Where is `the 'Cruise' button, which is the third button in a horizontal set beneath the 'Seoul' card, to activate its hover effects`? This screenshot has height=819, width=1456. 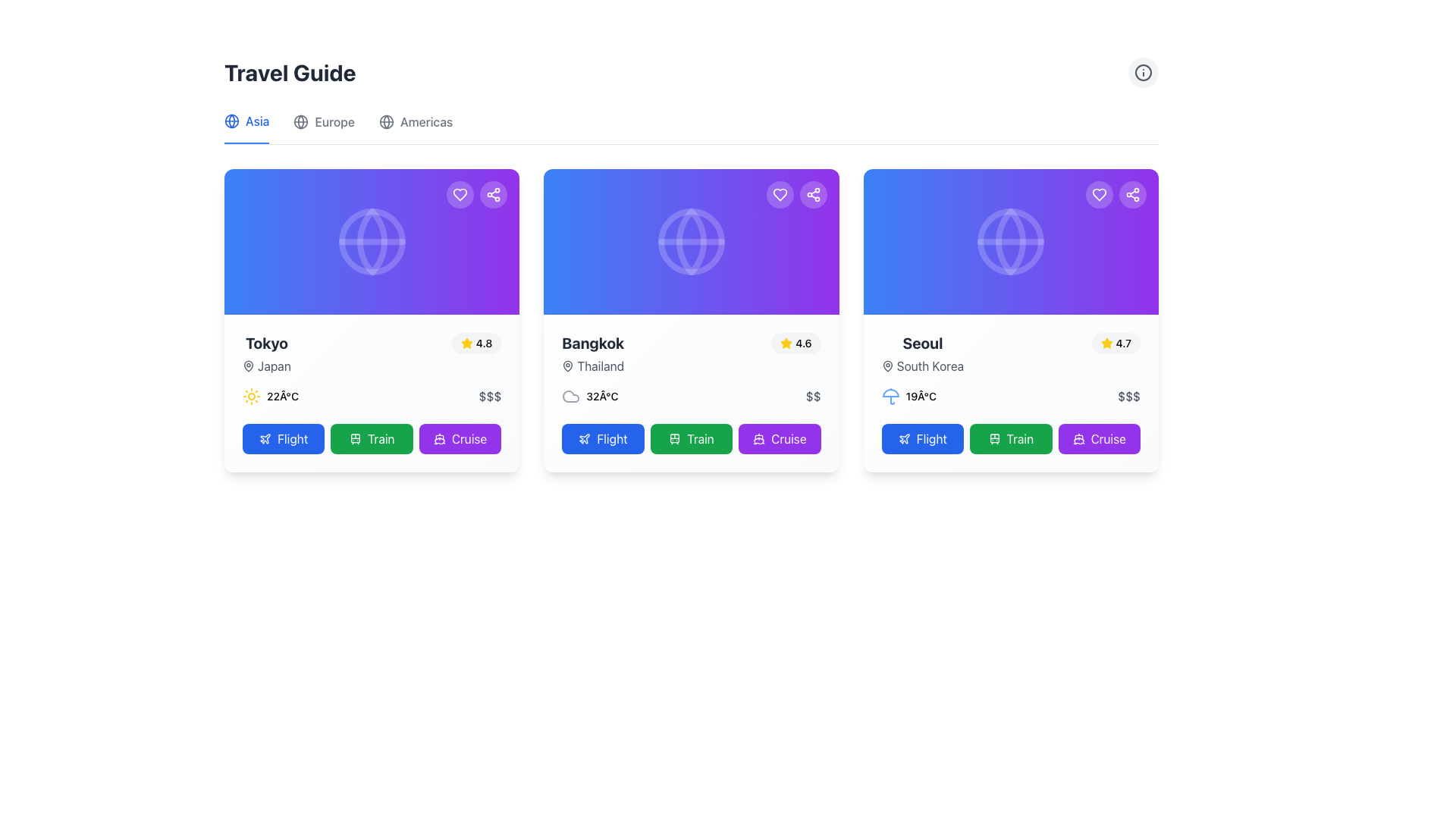 the 'Cruise' button, which is the third button in a horizontal set beneath the 'Seoul' card, to activate its hover effects is located at coordinates (1099, 438).